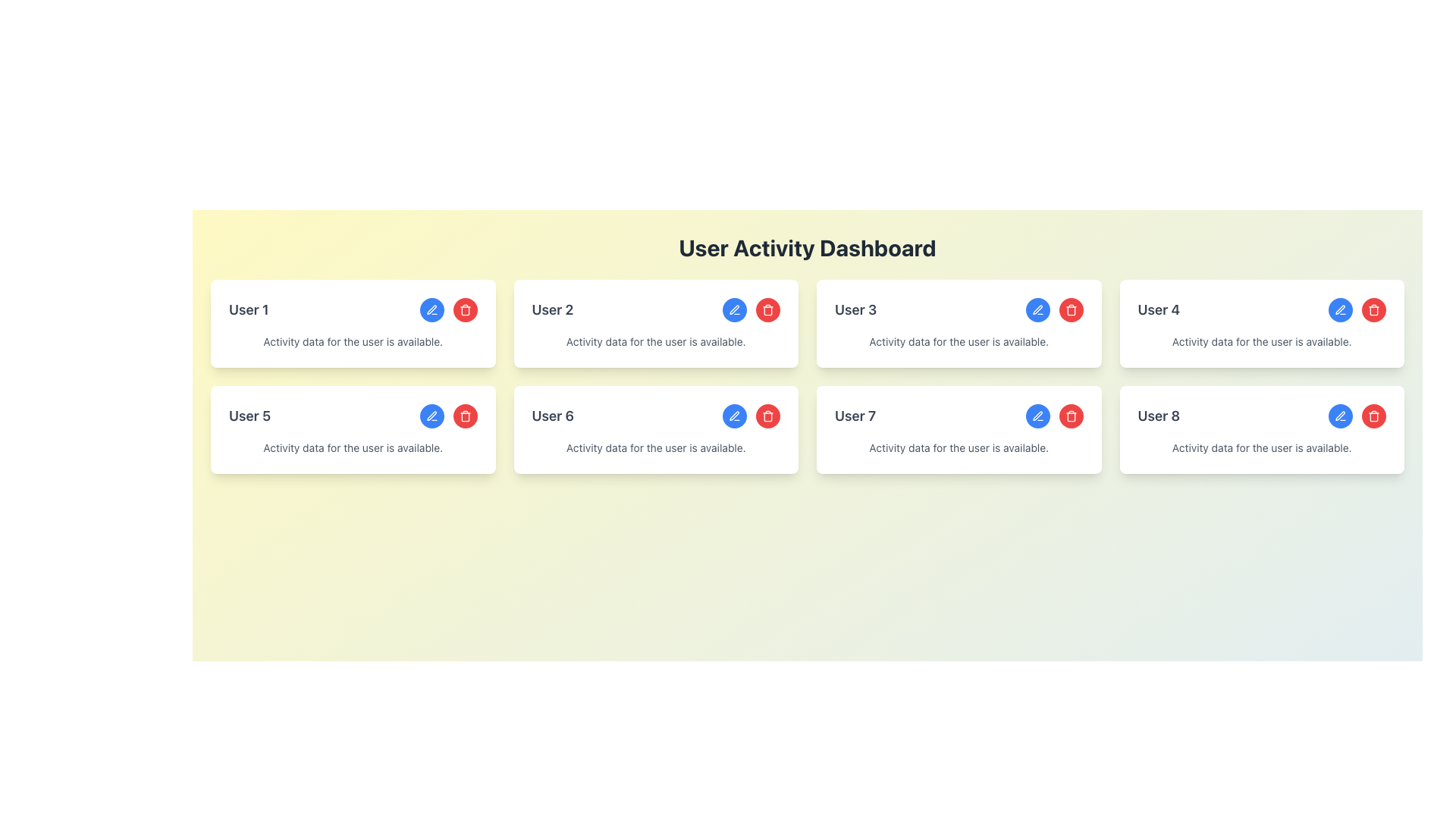  I want to click on the trash bin icon button with a red circular background located in the card for 'User 7', so click(1070, 309).